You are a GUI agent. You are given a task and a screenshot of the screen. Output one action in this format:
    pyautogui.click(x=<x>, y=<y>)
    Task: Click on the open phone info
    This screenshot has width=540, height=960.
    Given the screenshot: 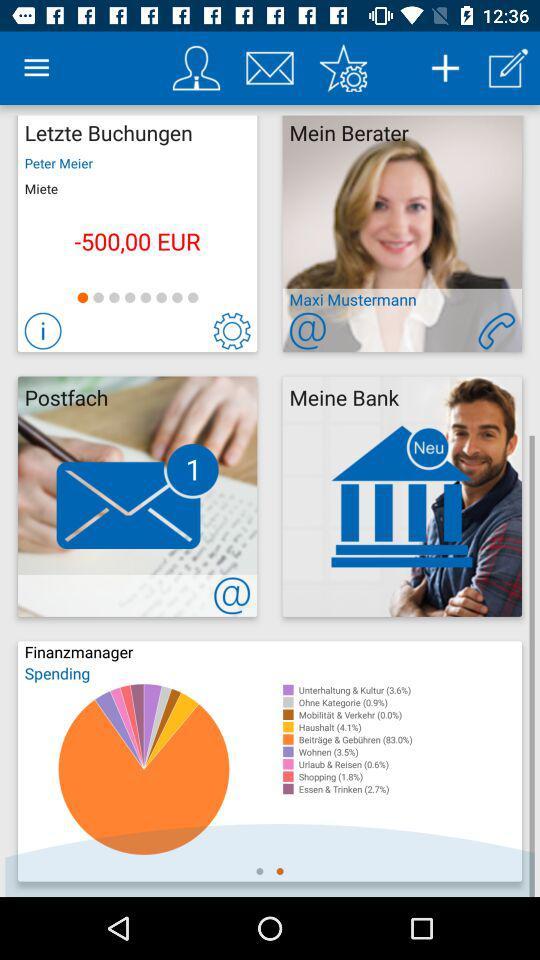 What is the action you would take?
    pyautogui.click(x=495, y=331)
    